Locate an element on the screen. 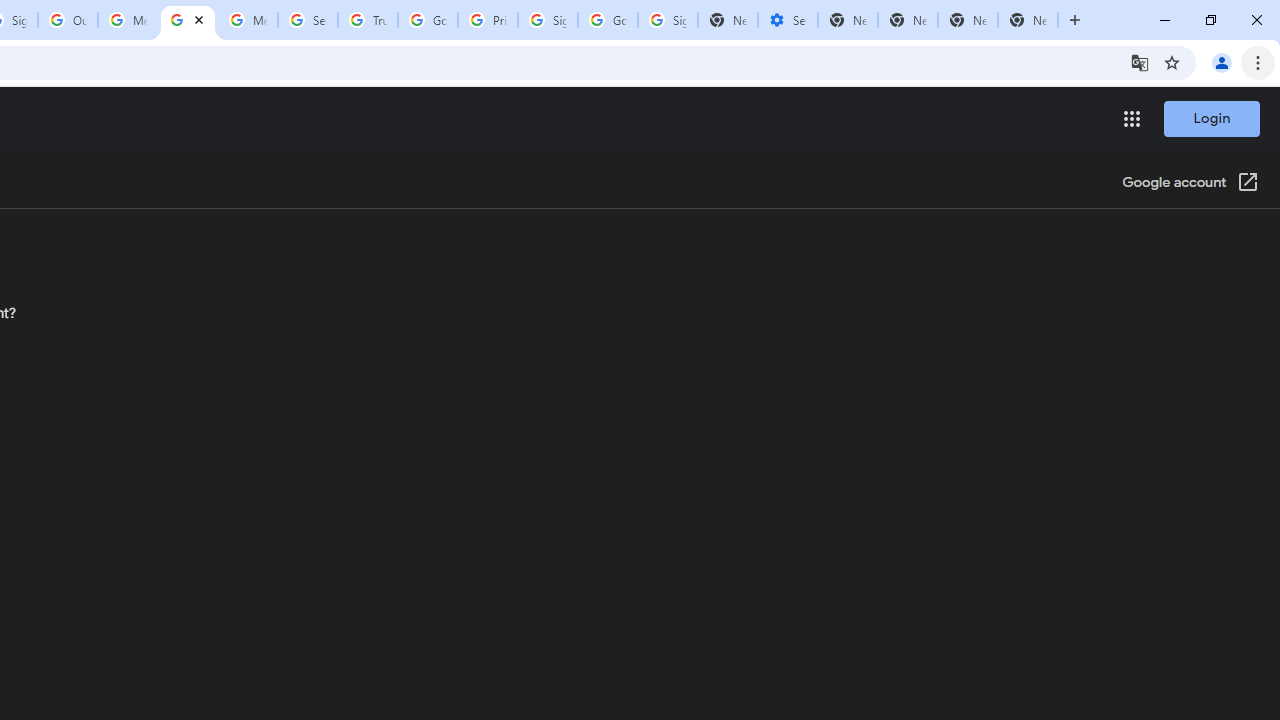 This screenshot has width=1280, height=720. 'Search our Doodle Library Collection - Google Doodles' is located at coordinates (306, 20).